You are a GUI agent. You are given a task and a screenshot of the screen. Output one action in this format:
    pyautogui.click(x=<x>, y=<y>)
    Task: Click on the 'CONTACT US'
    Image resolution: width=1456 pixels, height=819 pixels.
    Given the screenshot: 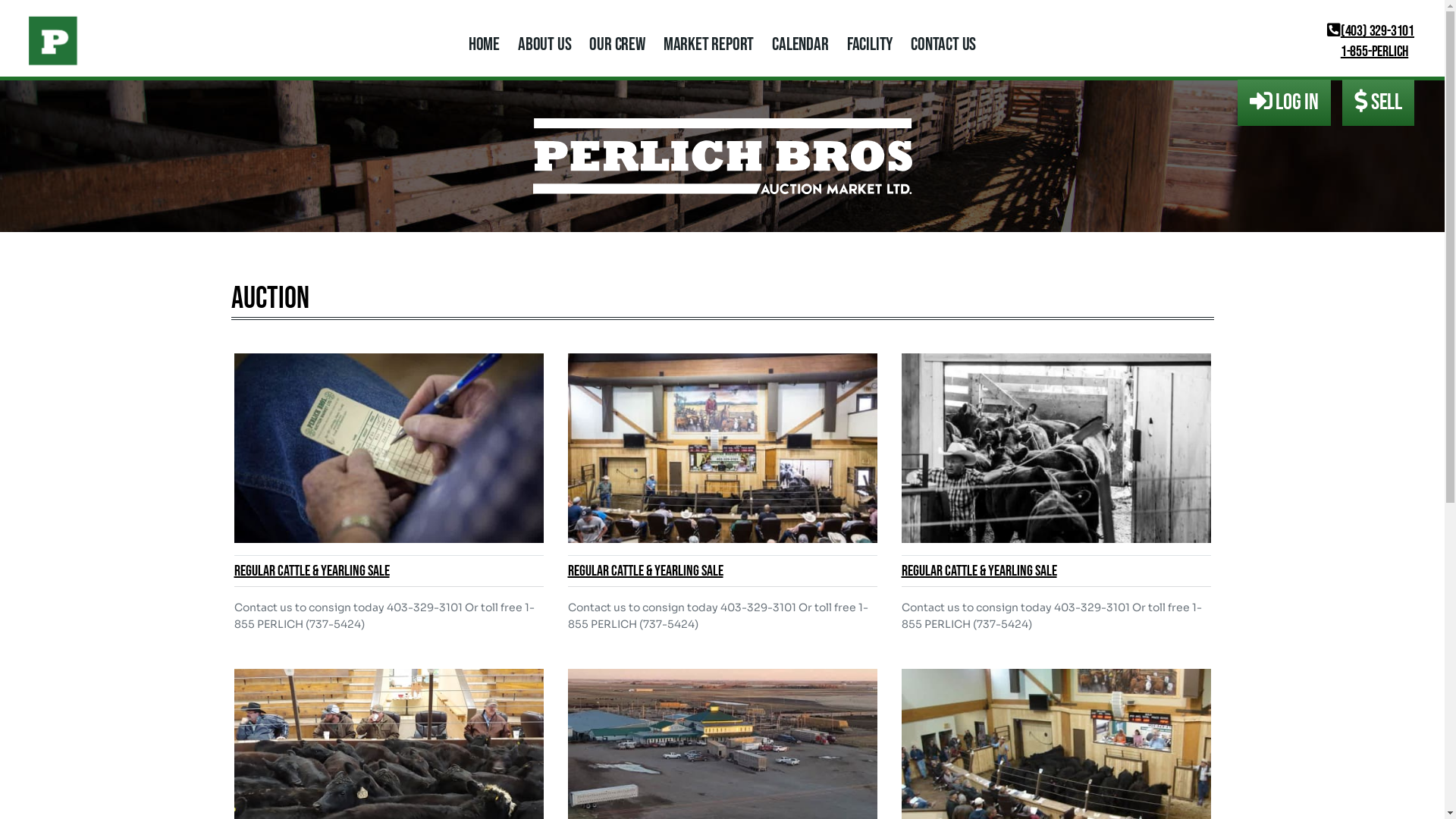 What is the action you would take?
    pyautogui.click(x=942, y=43)
    